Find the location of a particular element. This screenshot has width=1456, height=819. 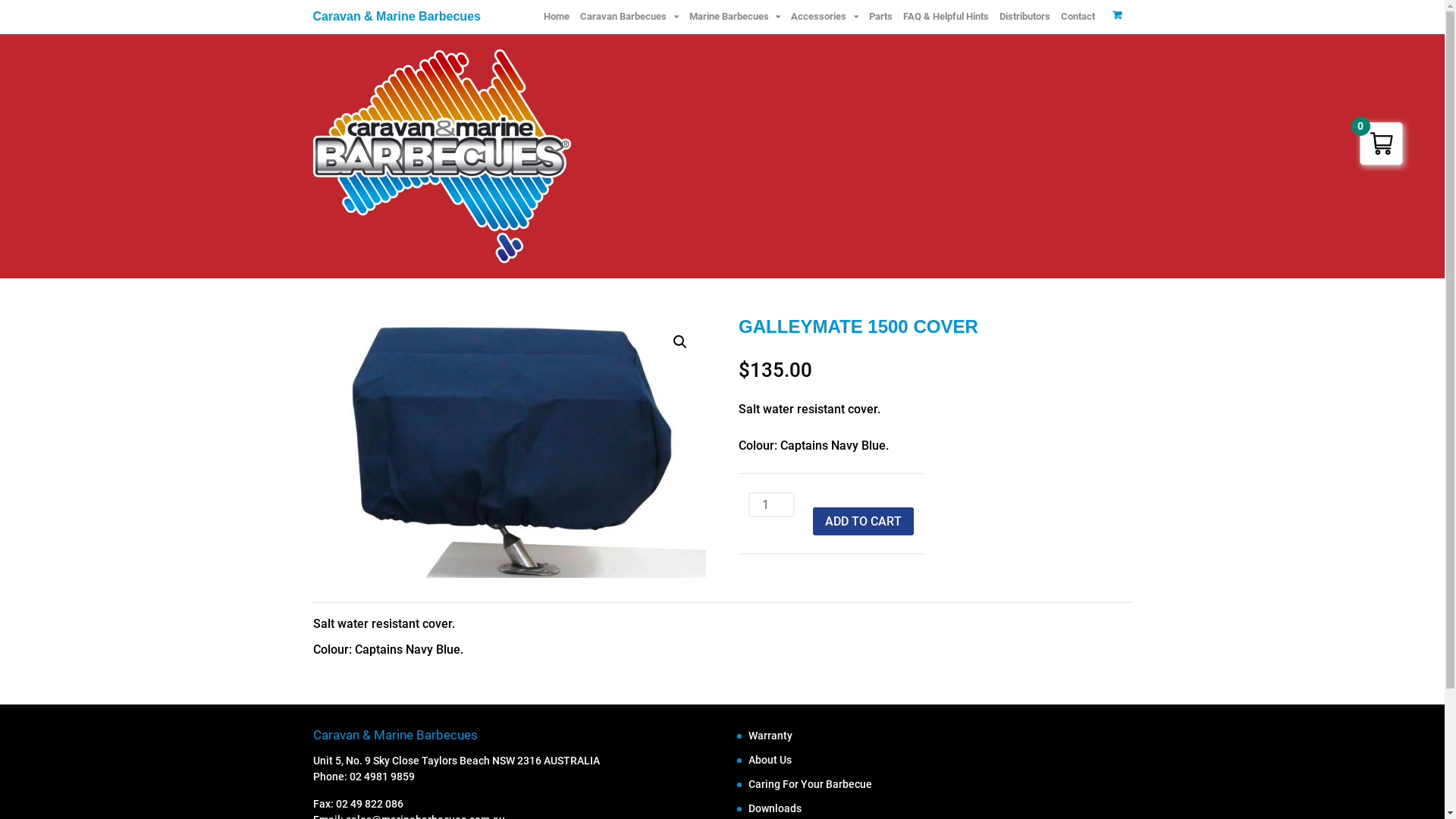

'Unit 5, No. 9 Sky Close Taylors Beach NSW 2316 AUSTRALIA' is located at coordinates (454, 760).